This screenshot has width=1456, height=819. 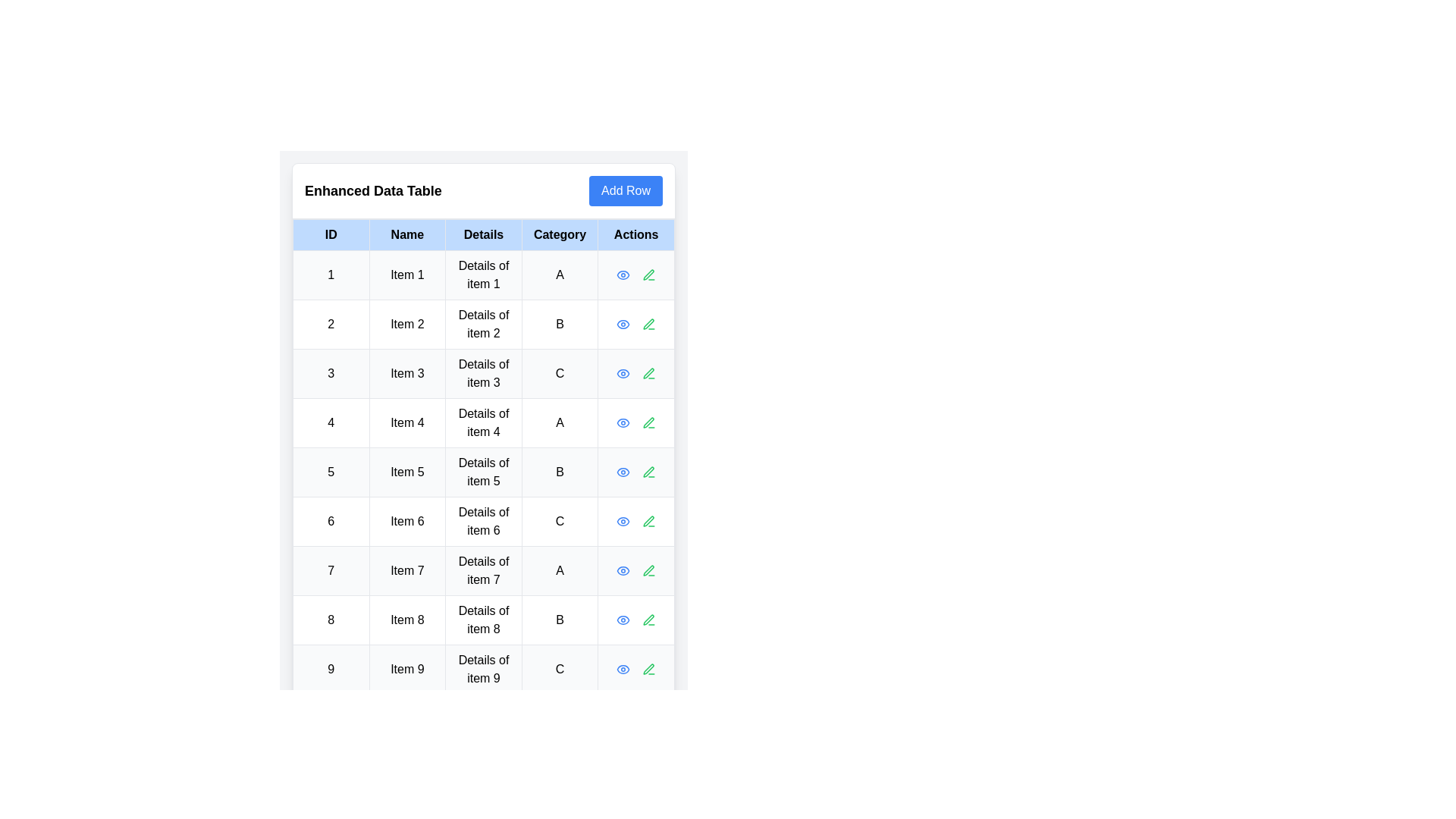 I want to click on the circular blue eye icon button located in the 'Actions' column of the data table, aligned with row labeled '1', so click(x=623, y=275).